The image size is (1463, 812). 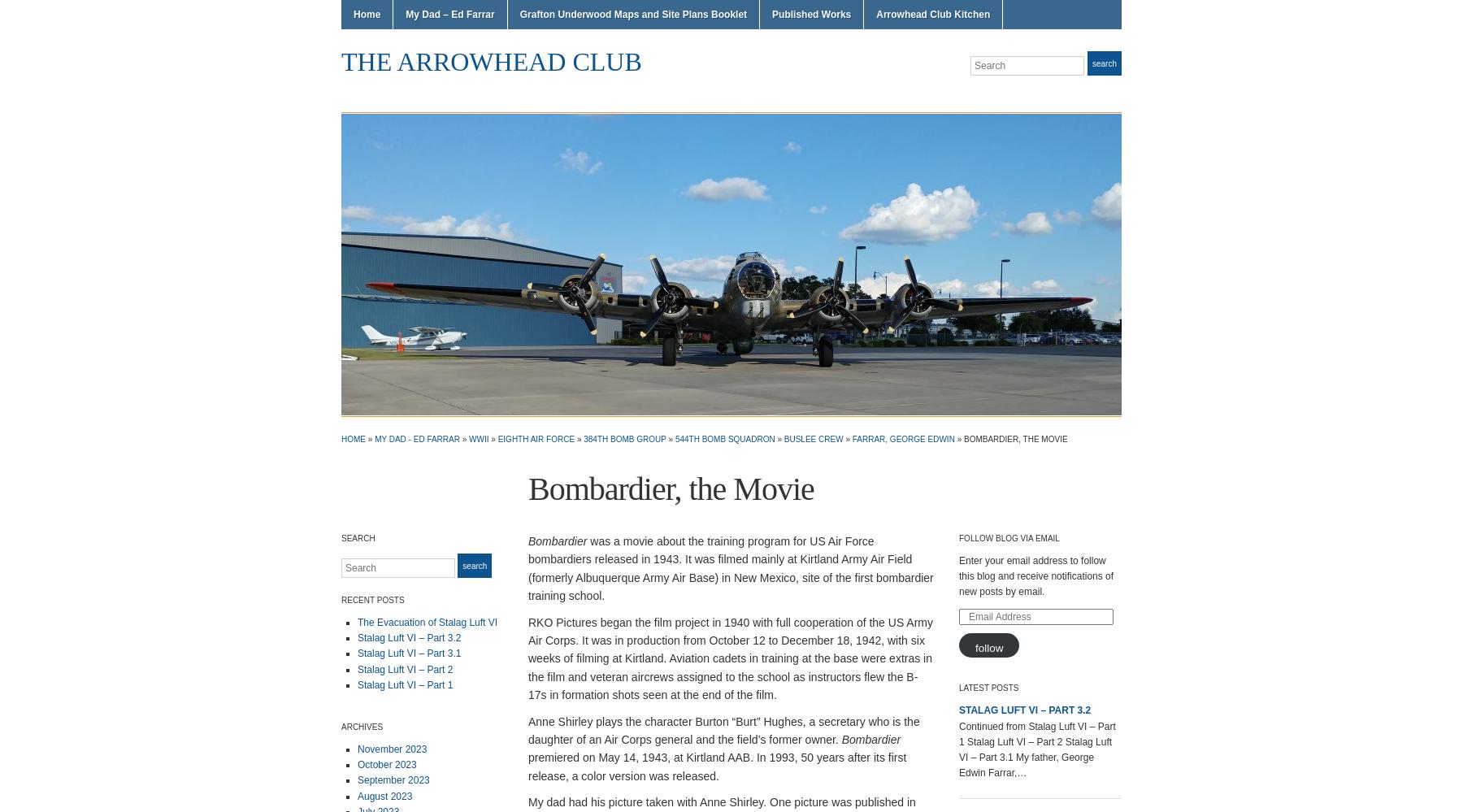 What do you see at coordinates (408, 638) in the screenshot?
I see `'Stalag Luft VI – Part 3.2'` at bounding box center [408, 638].